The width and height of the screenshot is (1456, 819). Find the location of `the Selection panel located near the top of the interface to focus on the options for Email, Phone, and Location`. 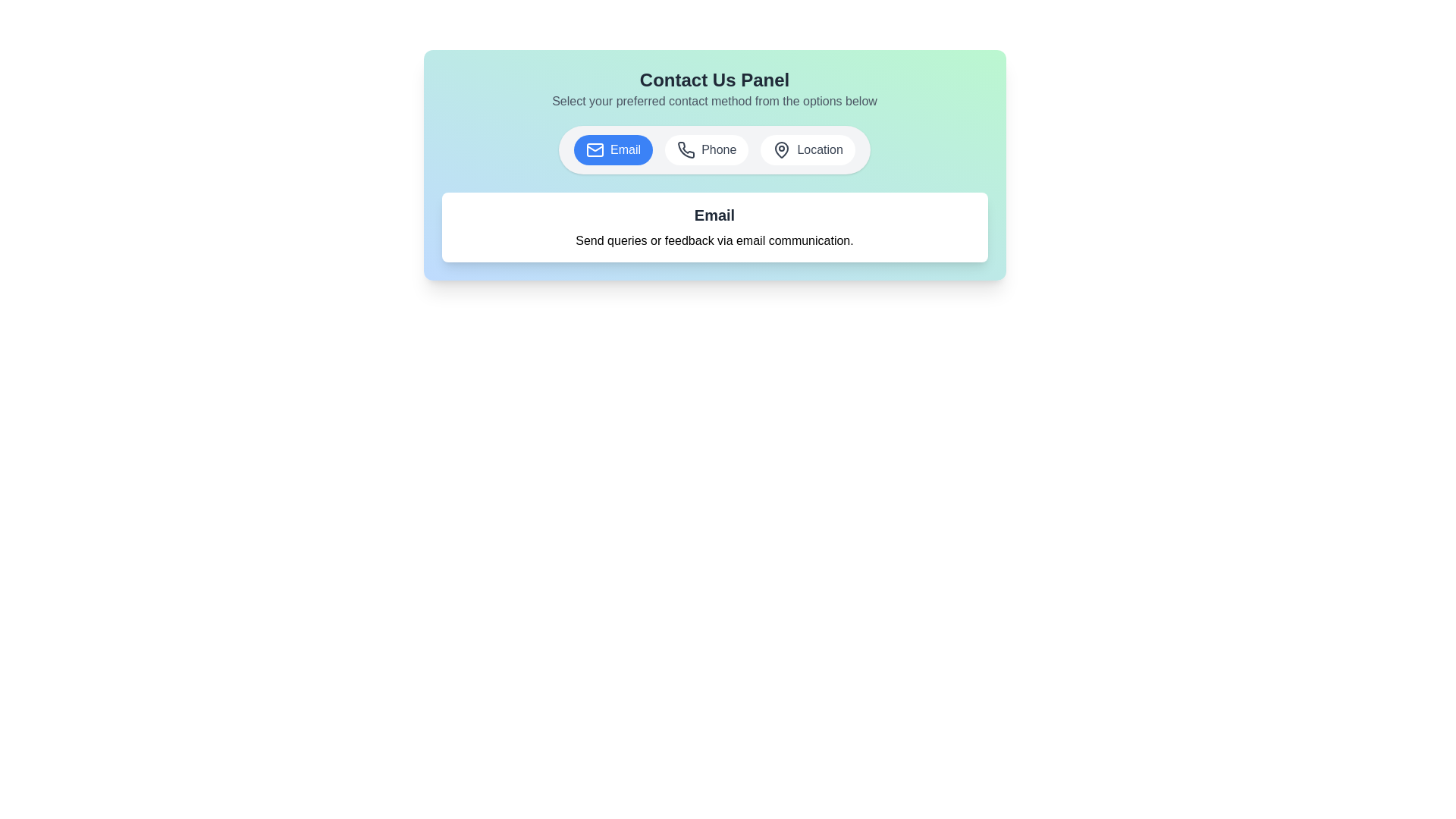

the Selection panel located near the top of the interface to focus on the options for Email, Phone, and Location is located at coordinates (714, 165).